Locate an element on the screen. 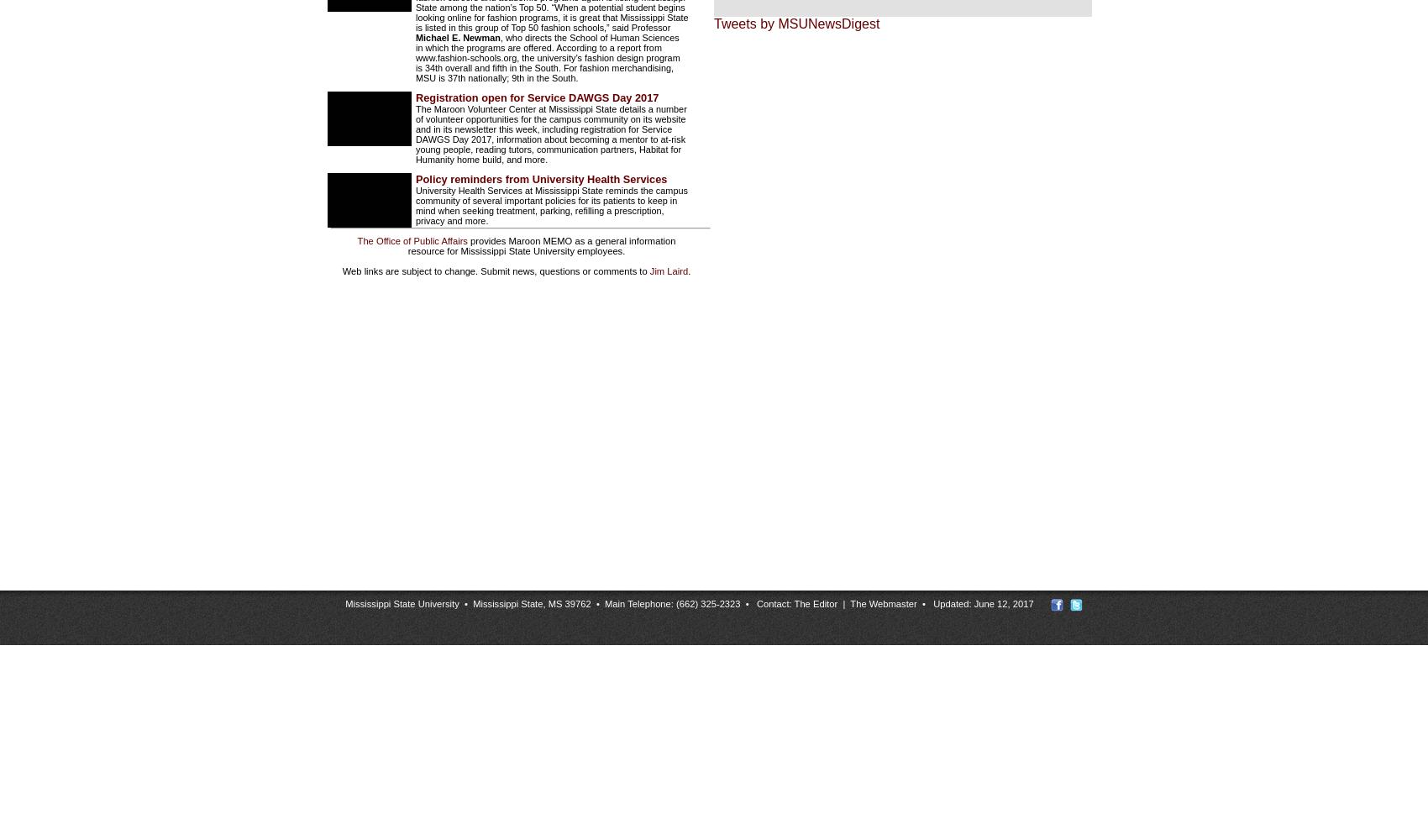 The image size is (1428, 840). 'Registration open for Service DAWGS Day 2017' is located at coordinates (537, 97).